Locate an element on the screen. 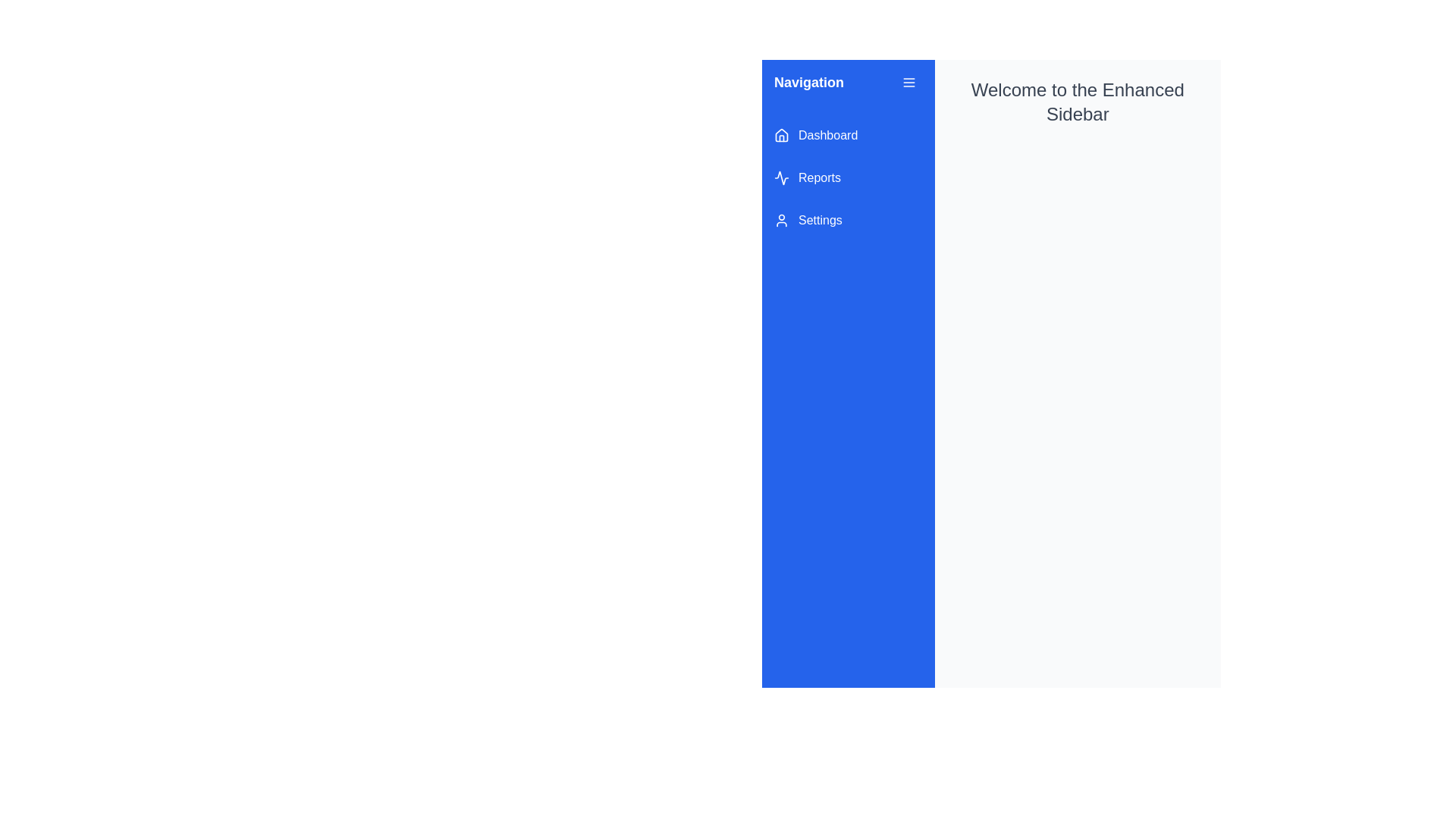 This screenshot has height=819, width=1456. the user silhouette icon located in the left sidebar under the 'Settings' section, which is the first icon preceding the text 'Settings' is located at coordinates (782, 220).